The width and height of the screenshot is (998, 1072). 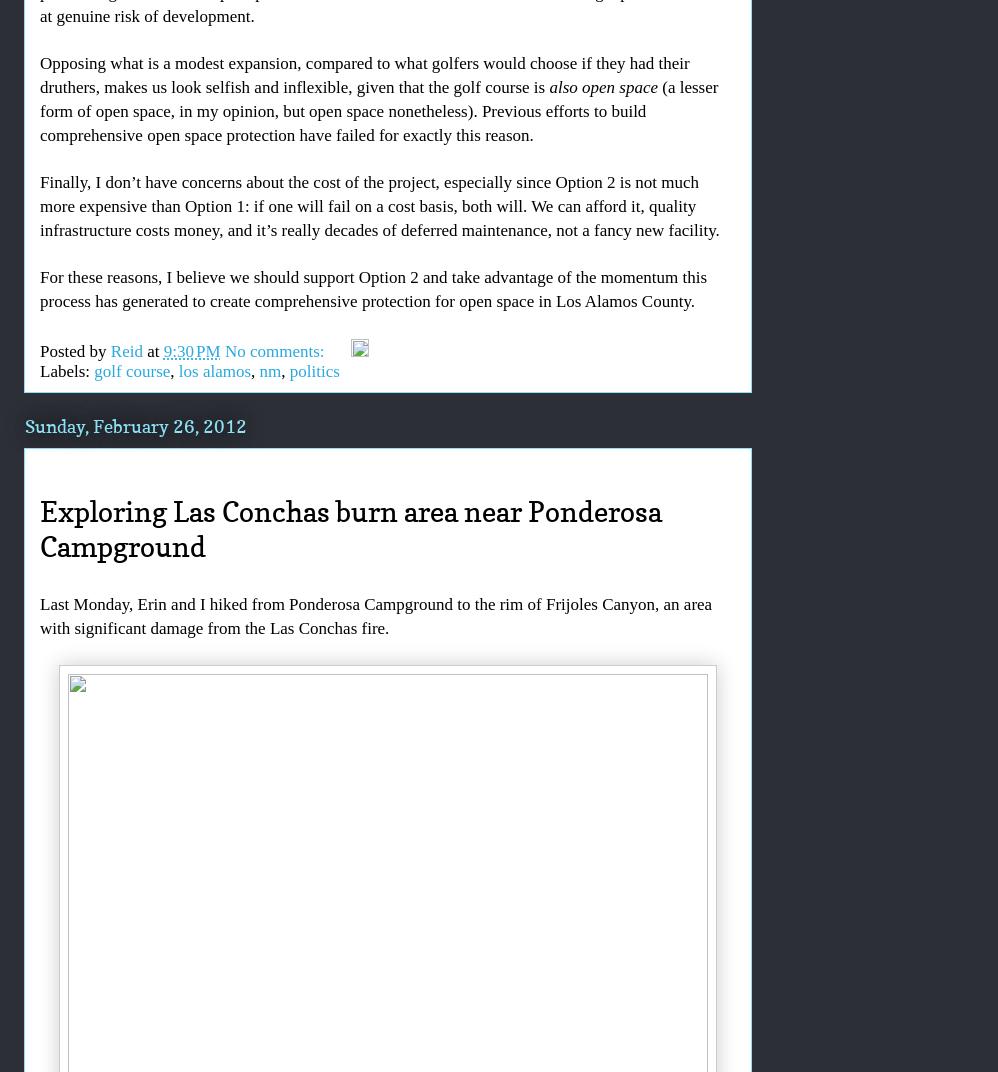 I want to click on 'Last Monday, Erin and I hiked from Ponderosa Campground to the rim of Frijoles Canyon, an area with significant damage from the Las Conchas fire.', so click(x=375, y=616).